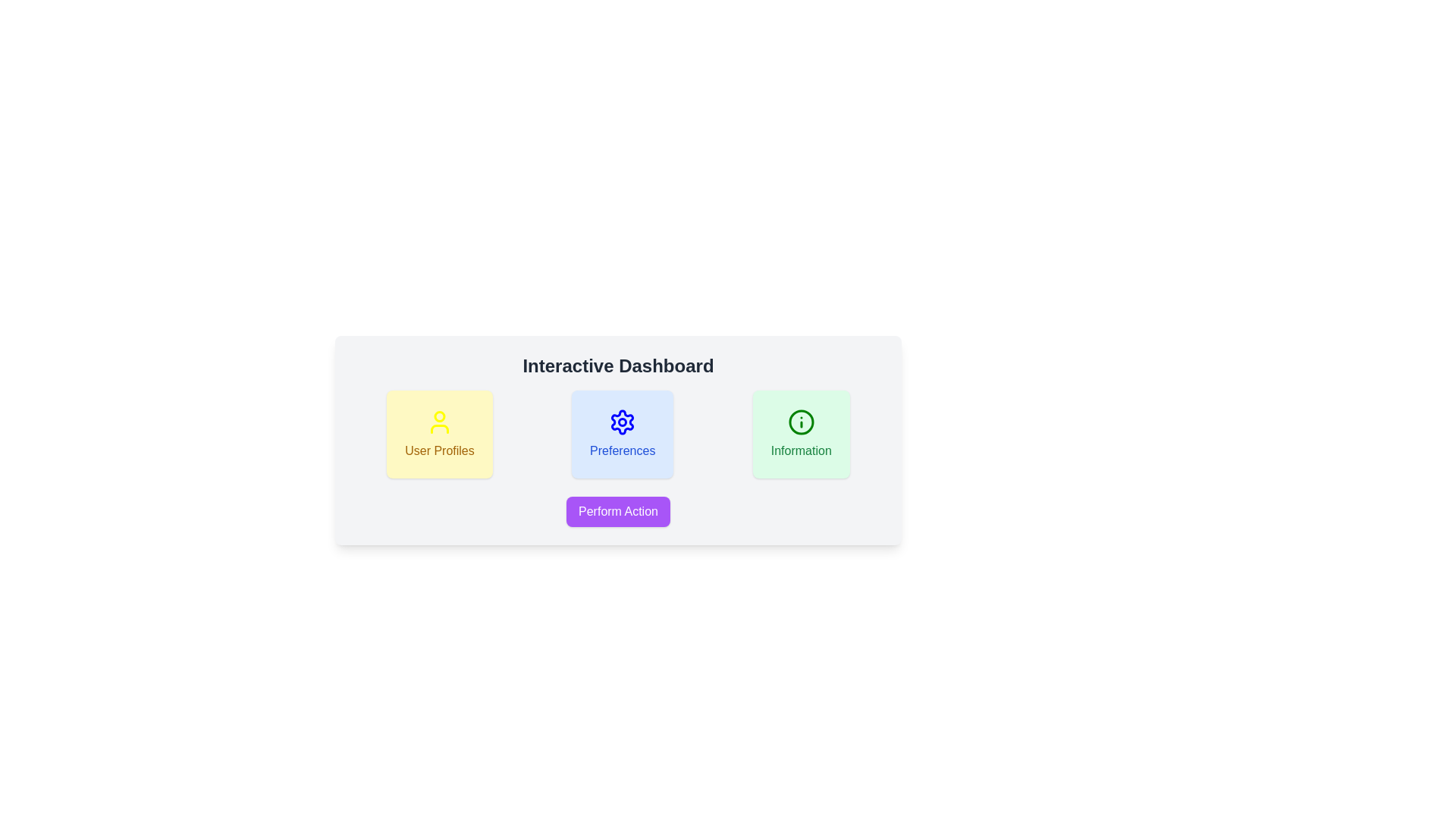  I want to click on the configuration icon for the 'Preferences' functionality located at the center of the 'Preferences' section below the 'Interactive Dashboard' heading, so click(623, 422).